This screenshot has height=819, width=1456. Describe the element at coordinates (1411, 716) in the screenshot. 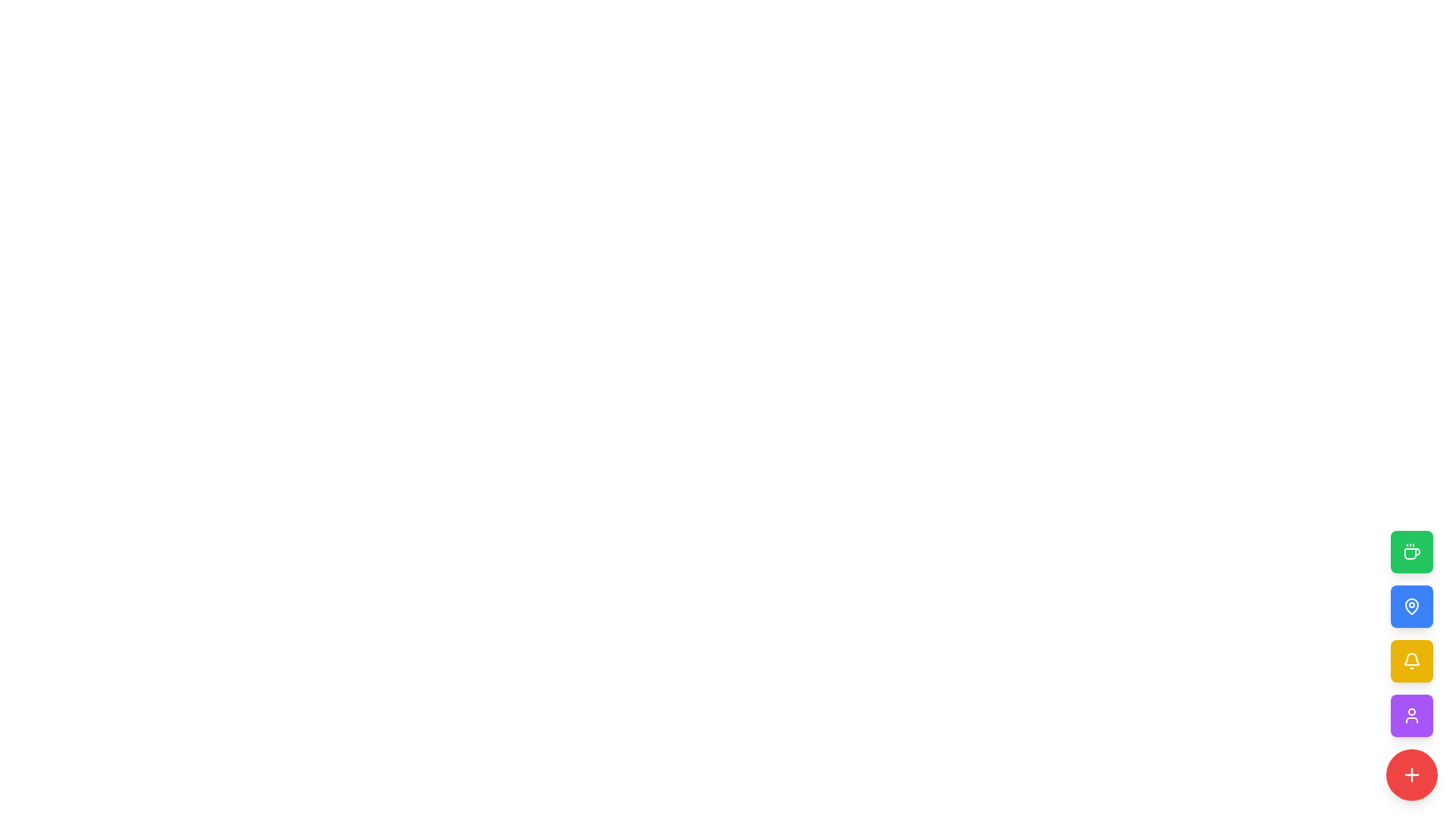

I see `the 'My Profile' button, which is the last button in a vertical stack of similarly styled buttons` at that location.